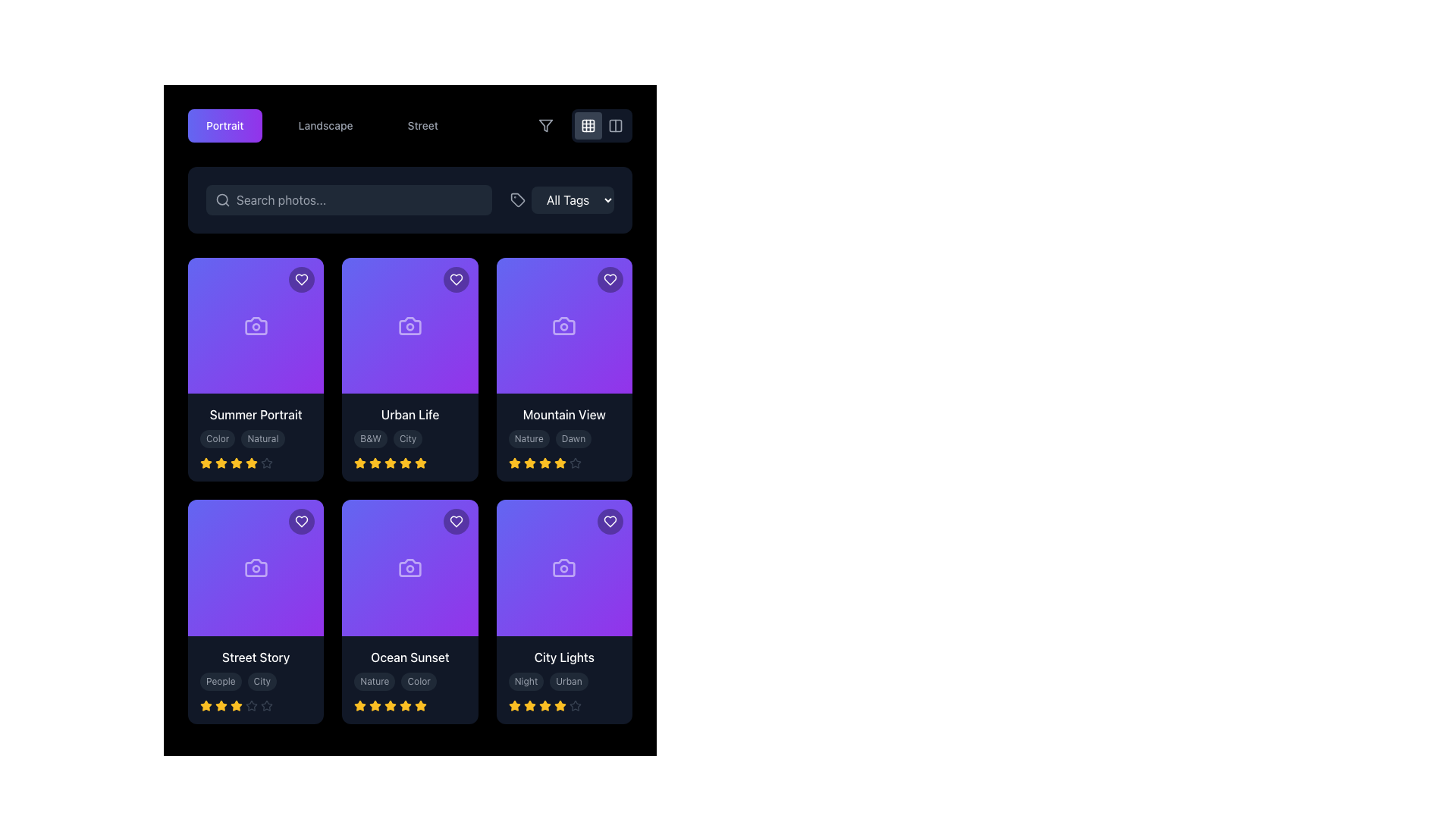 The image size is (1456, 819). What do you see at coordinates (359, 463) in the screenshot?
I see `the first yellow star icon in the five-star rating system located beneath the 'Urban Life' card in the second column of the content grid, in the second row of cards` at bounding box center [359, 463].